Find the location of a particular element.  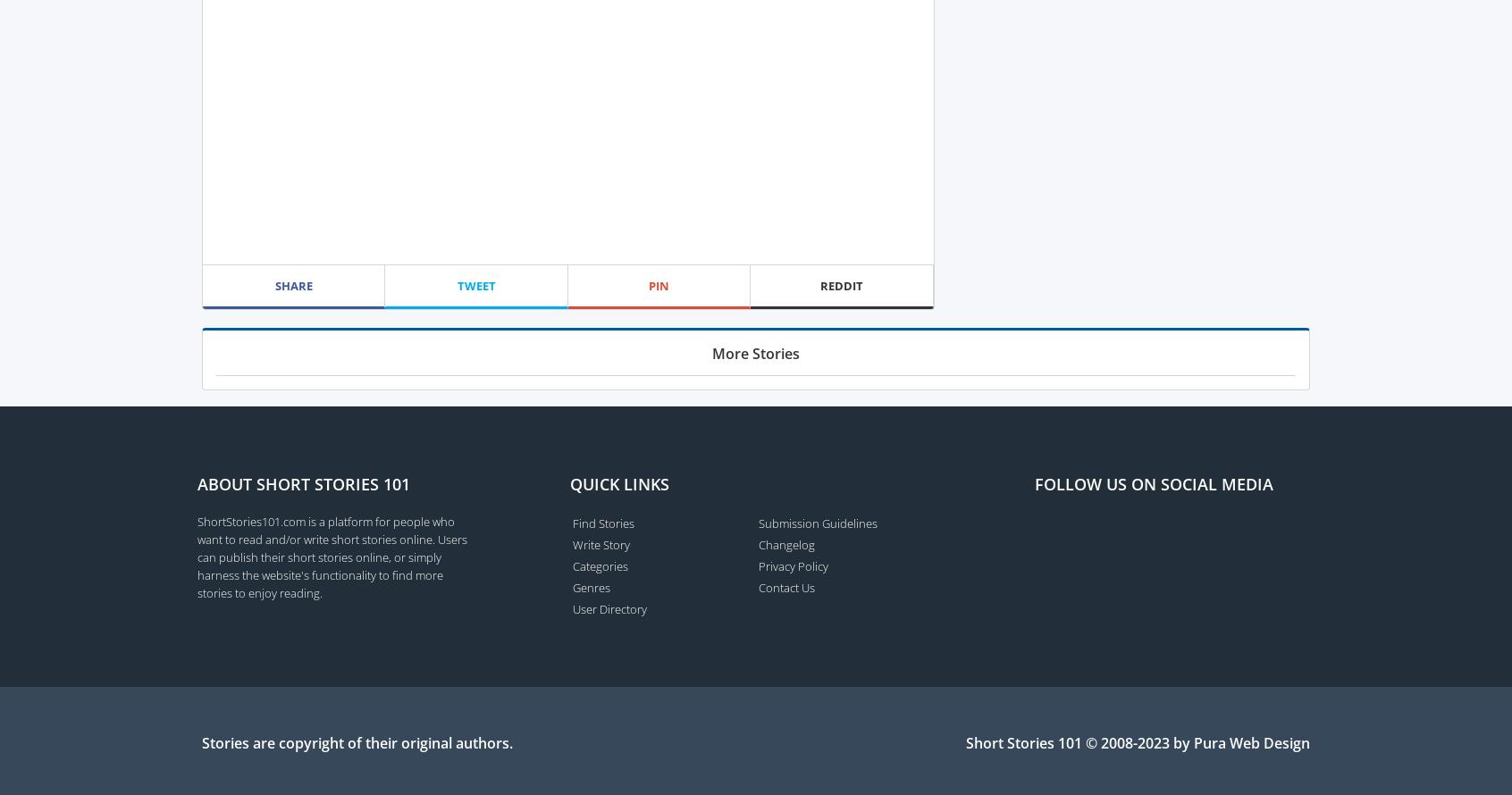

'Short Stories 101 © 2008-2023 by' is located at coordinates (1079, 741).